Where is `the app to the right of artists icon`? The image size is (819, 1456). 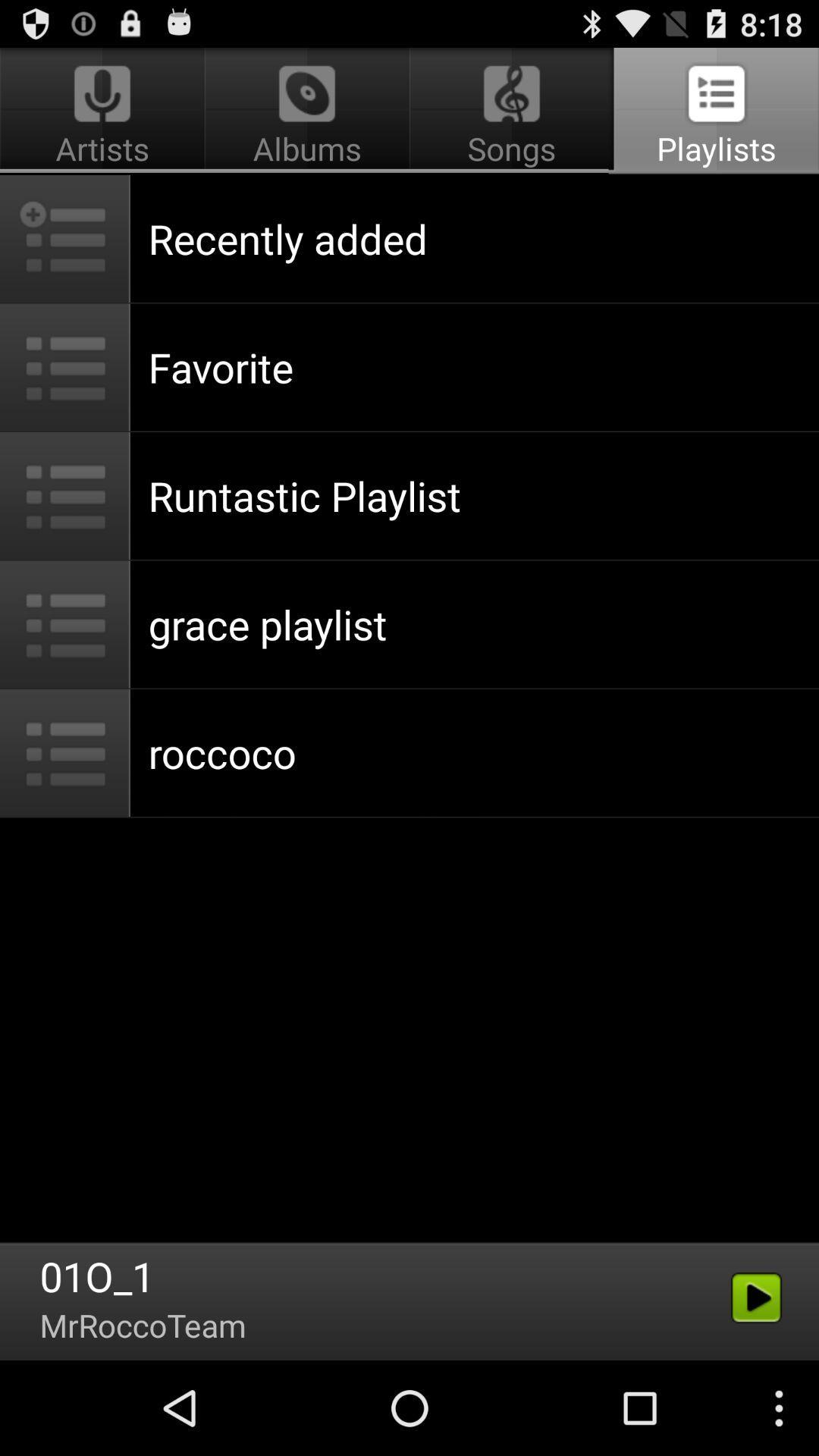
the app to the right of artists icon is located at coordinates (512, 111).